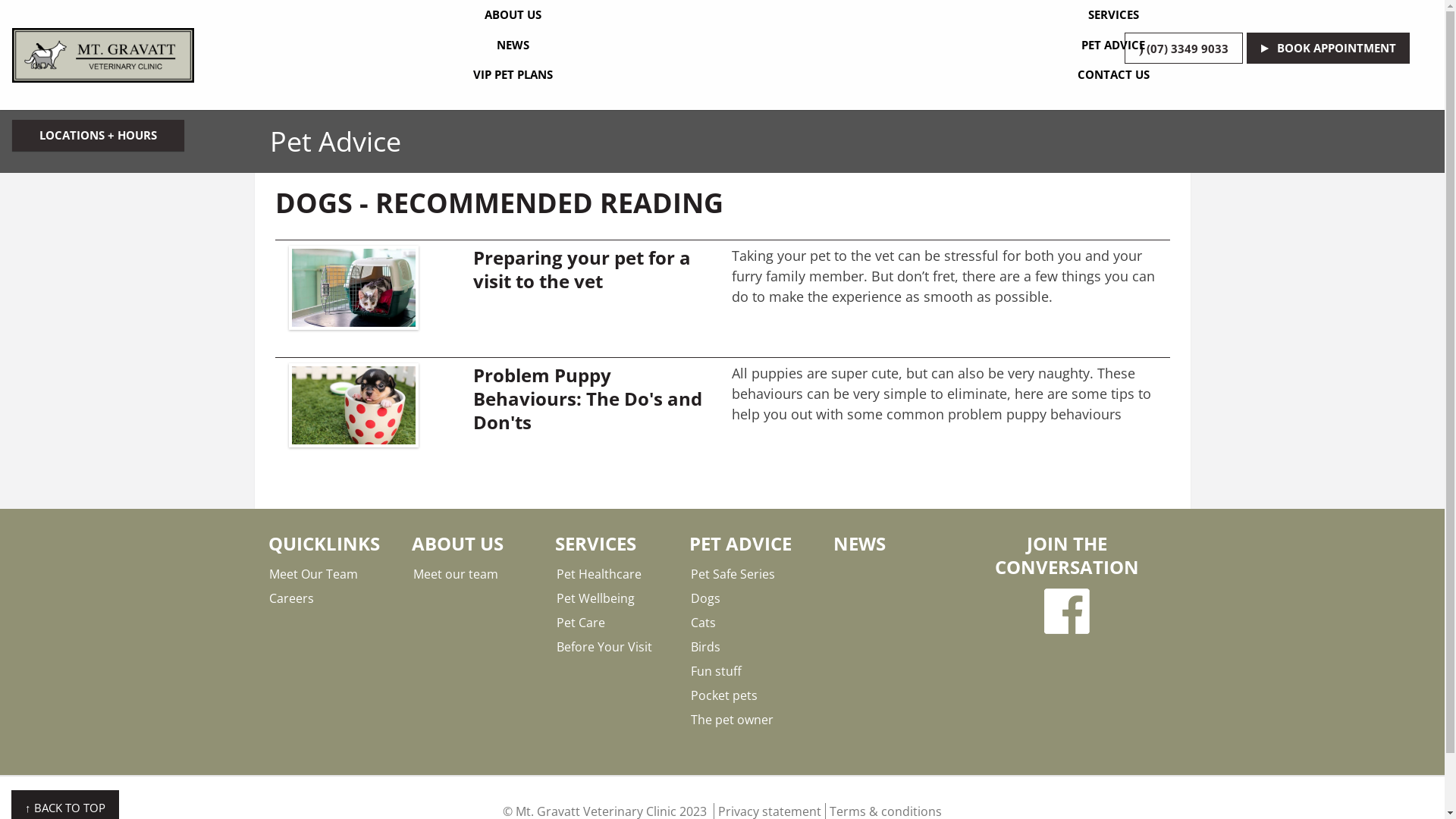  What do you see at coordinates (513, 14) in the screenshot?
I see `'ABOUT US'` at bounding box center [513, 14].